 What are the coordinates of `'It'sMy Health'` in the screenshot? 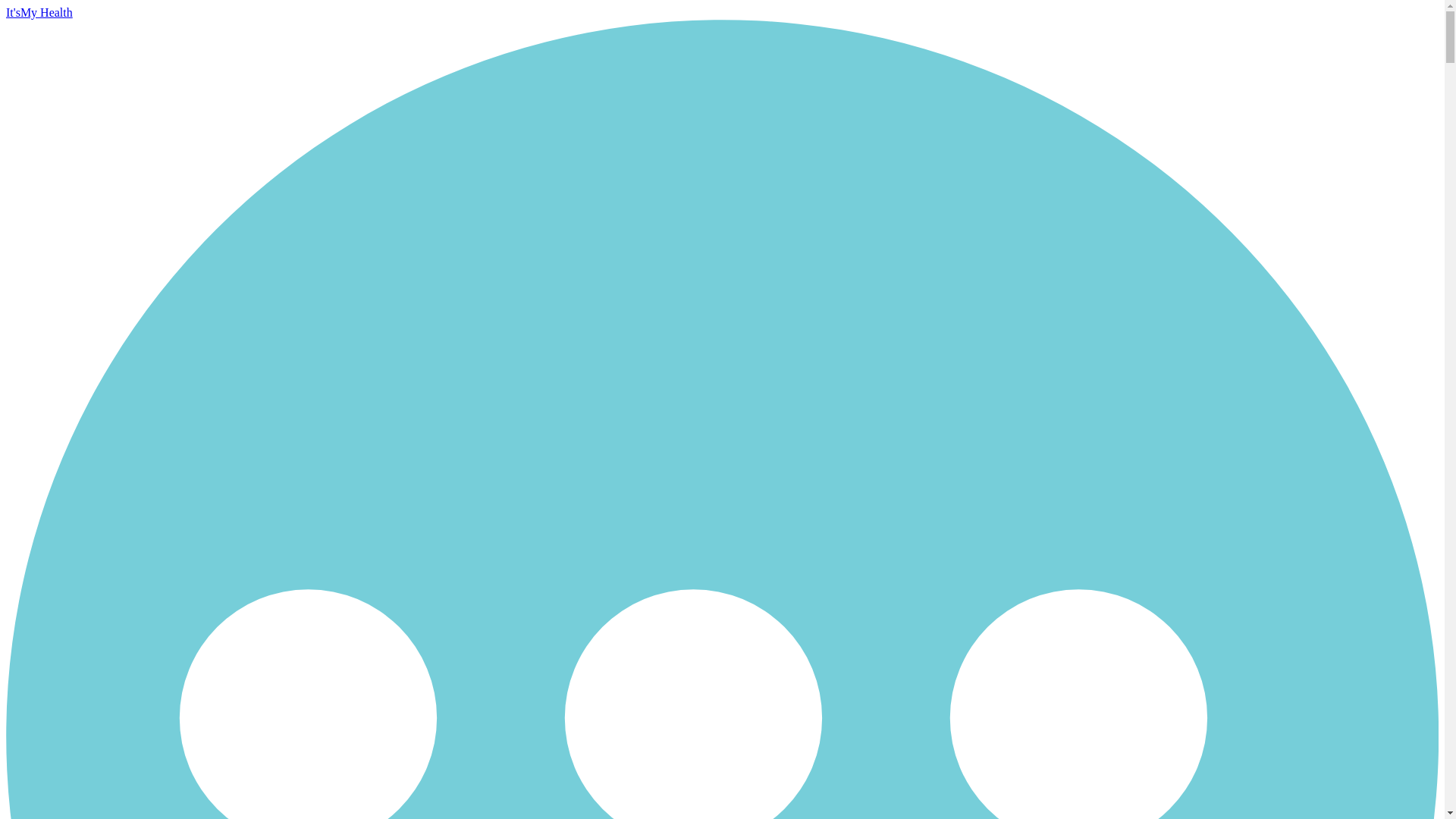 It's located at (39, 12).